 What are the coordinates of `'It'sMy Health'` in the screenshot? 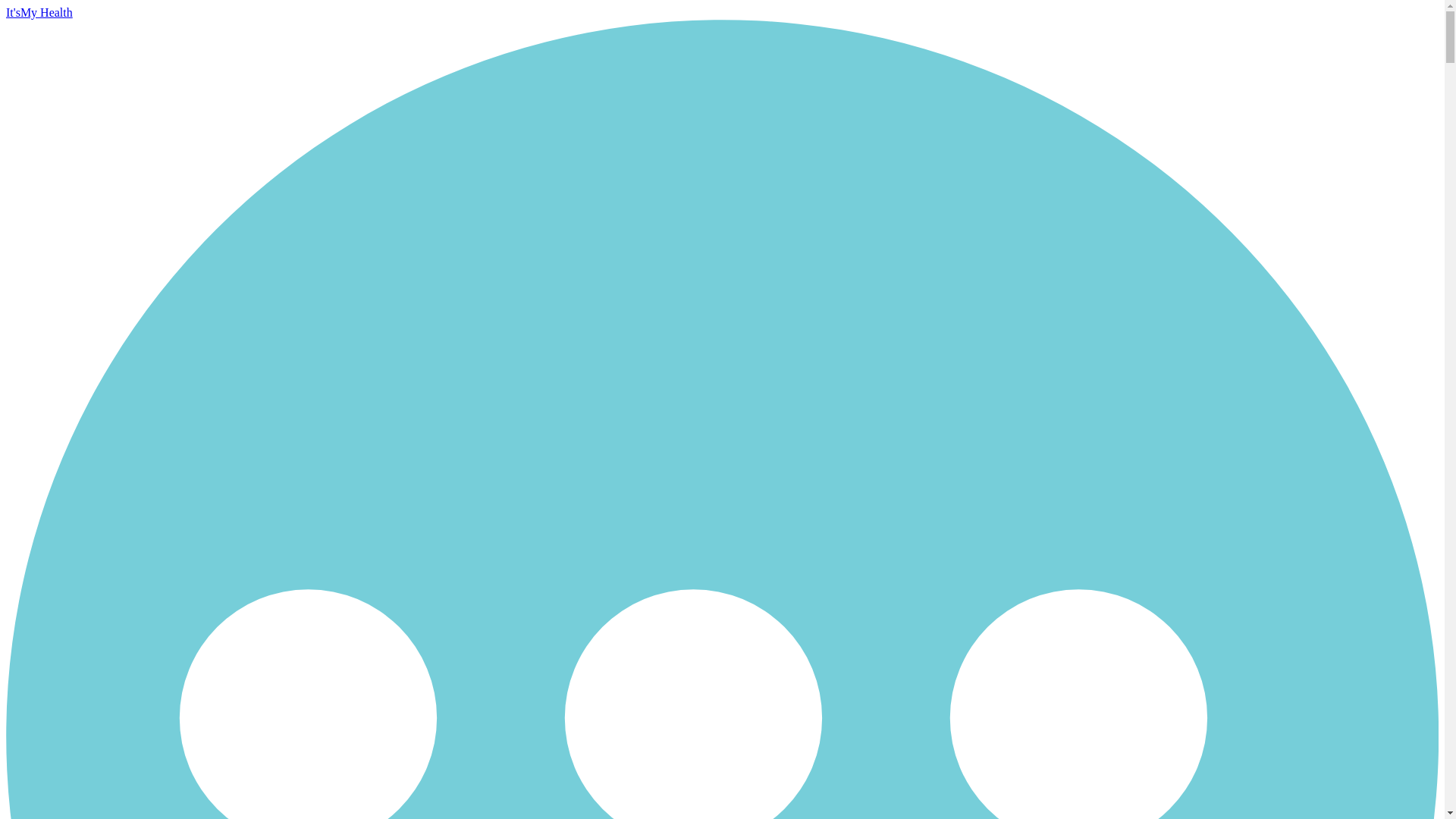 It's located at (39, 12).